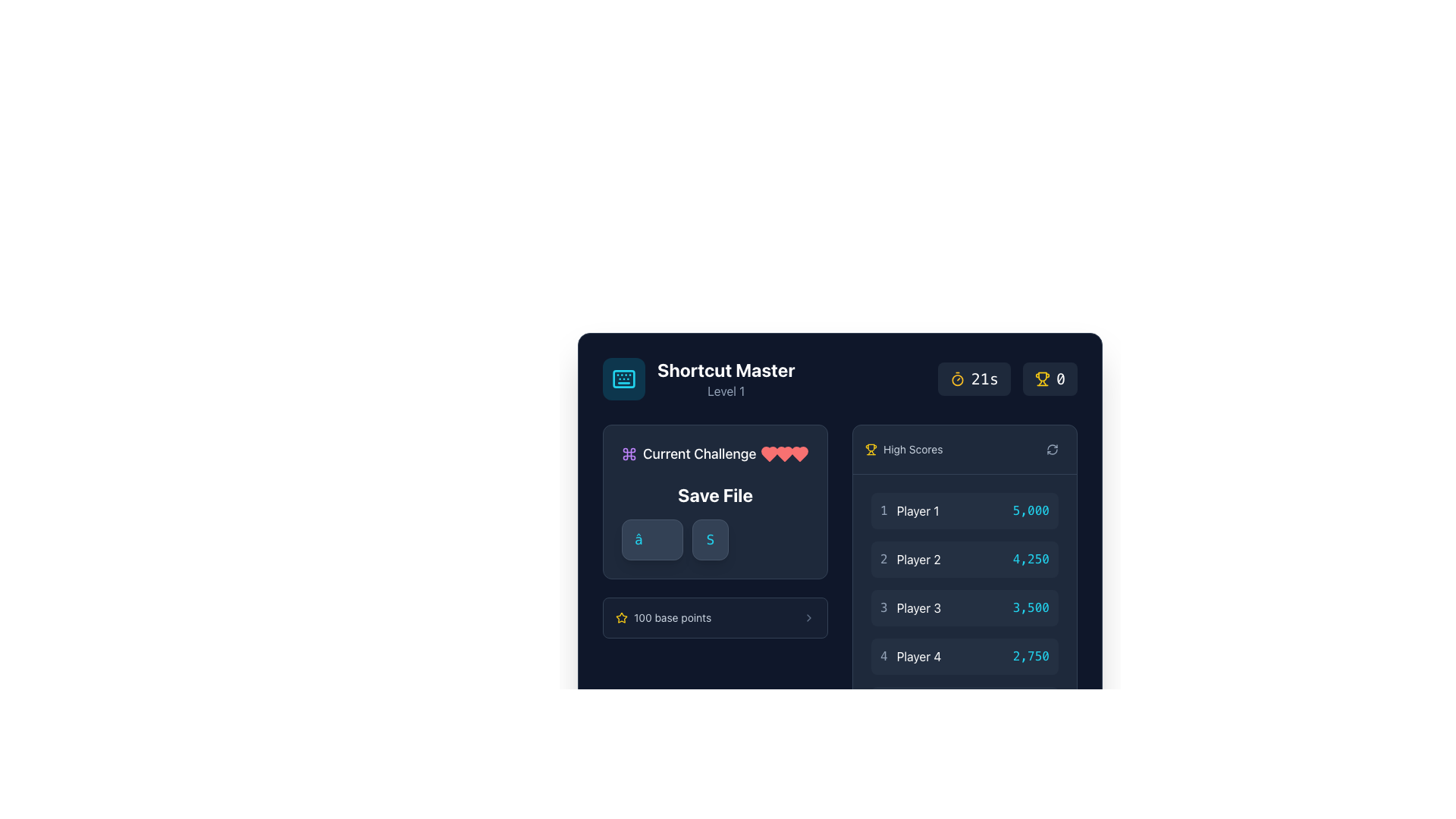  What do you see at coordinates (912, 449) in the screenshot?
I see `the 'High Scores' label, which is styled in small slate-gray font and positioned to the right of a yellow trophy icon in the high scores panel` at bounding box center [912, 449].